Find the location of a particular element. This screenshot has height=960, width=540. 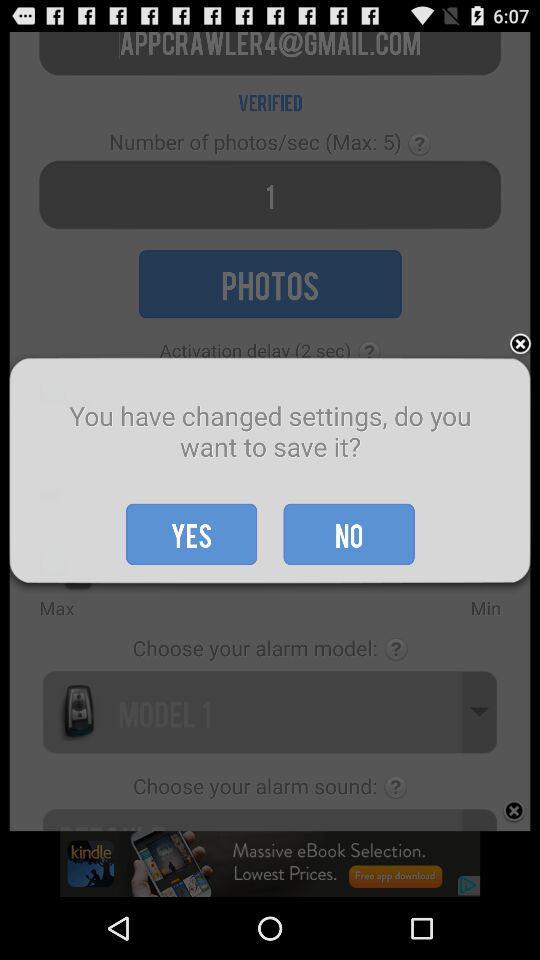

the item to the left of no item is located at coordinates (191, 533).